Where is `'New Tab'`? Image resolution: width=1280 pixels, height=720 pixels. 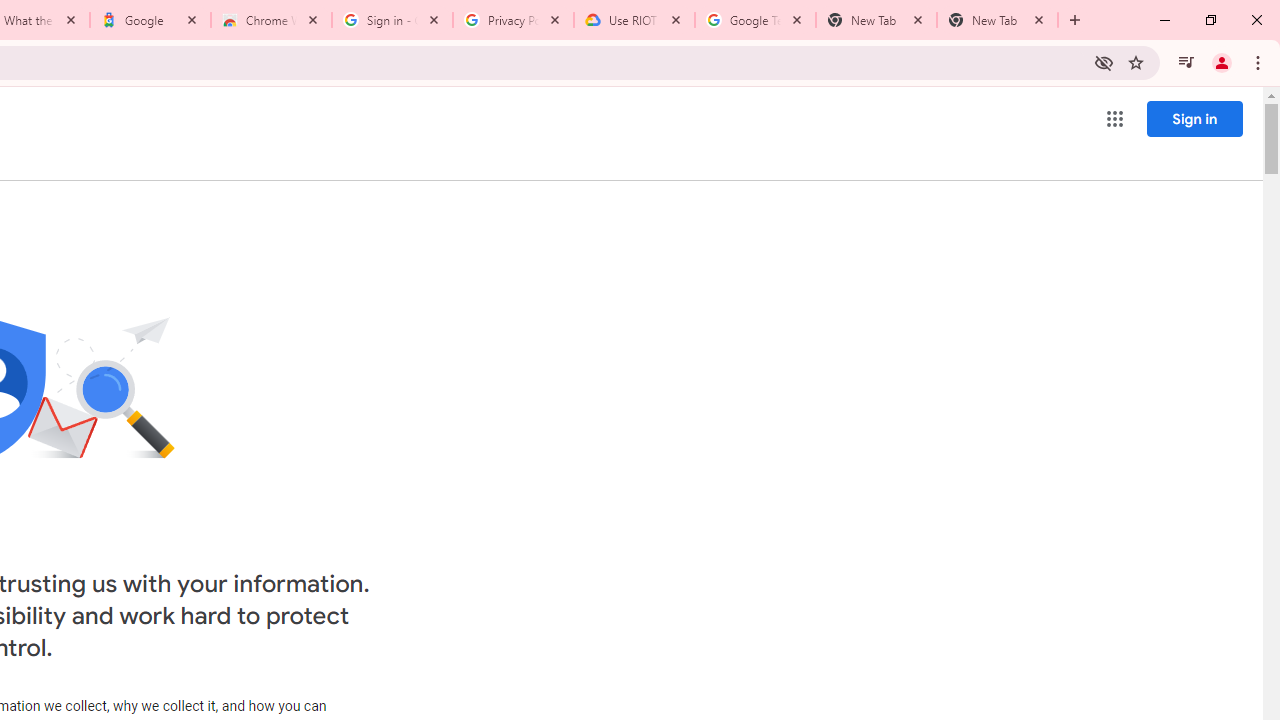 'New Tab' is located at coordinates (997, 20).